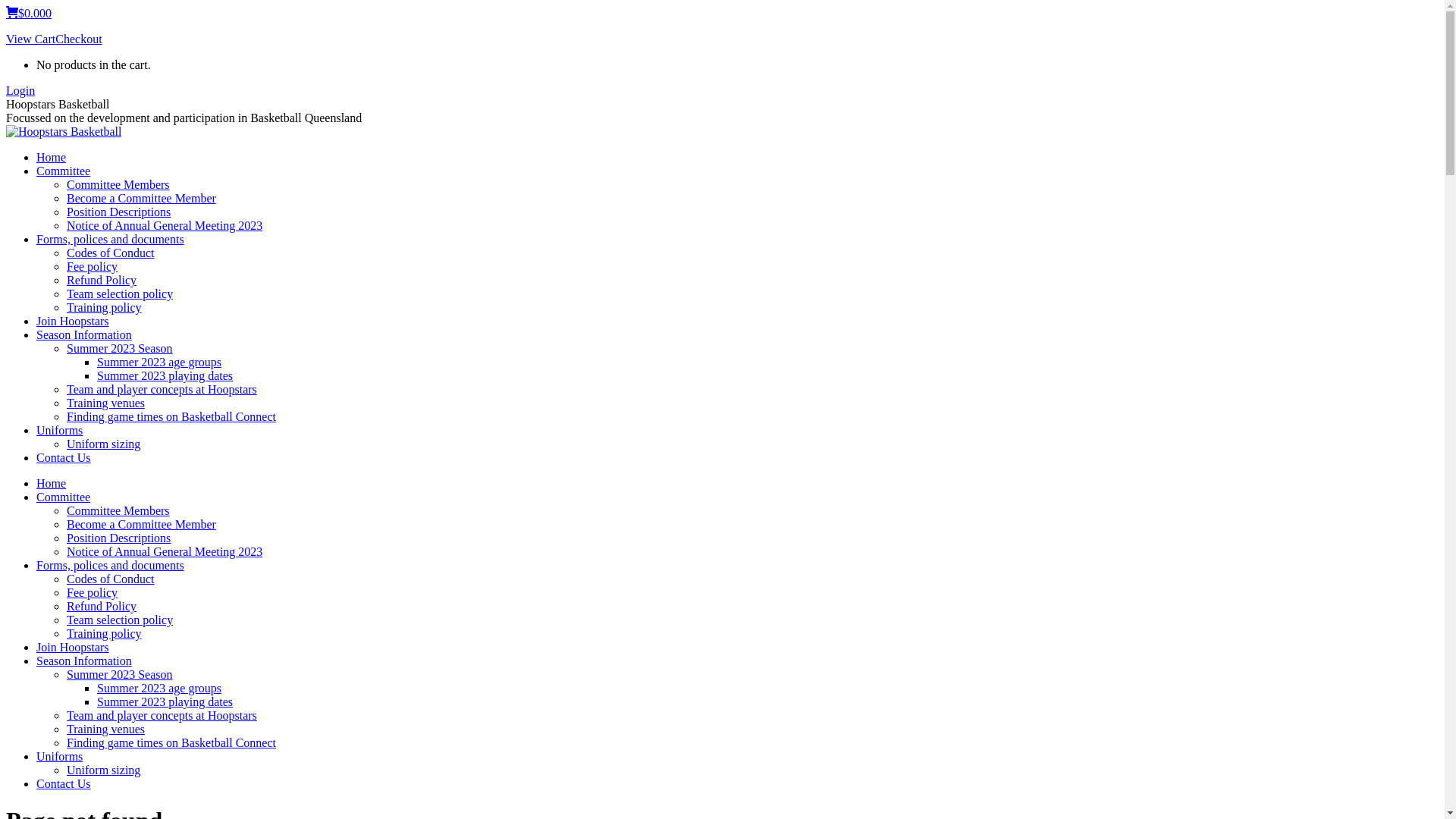  I want to click on 'Join Hoopstars', so click(72, 647).